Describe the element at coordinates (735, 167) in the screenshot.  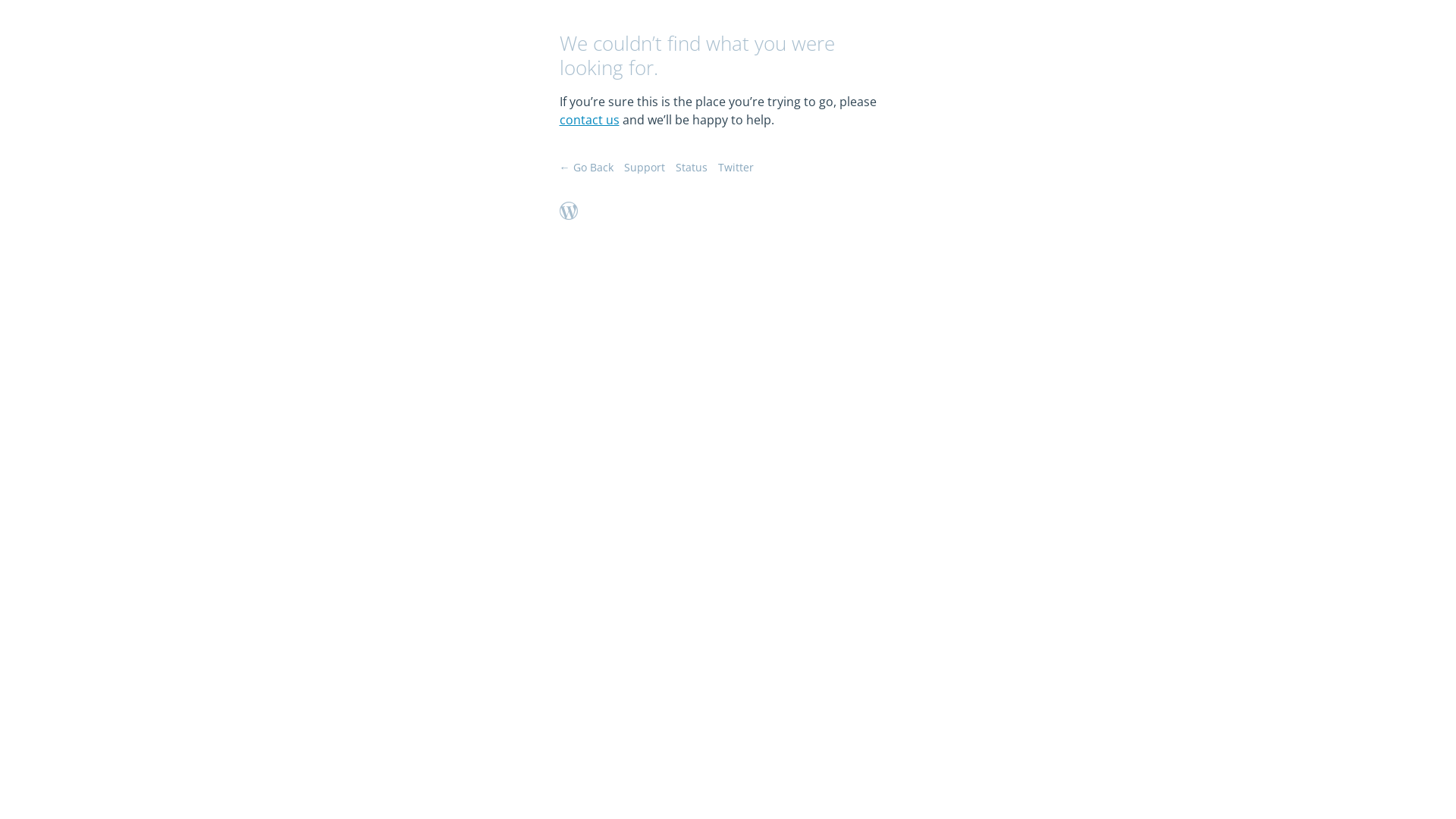
I see `'Twitter'` at that location.